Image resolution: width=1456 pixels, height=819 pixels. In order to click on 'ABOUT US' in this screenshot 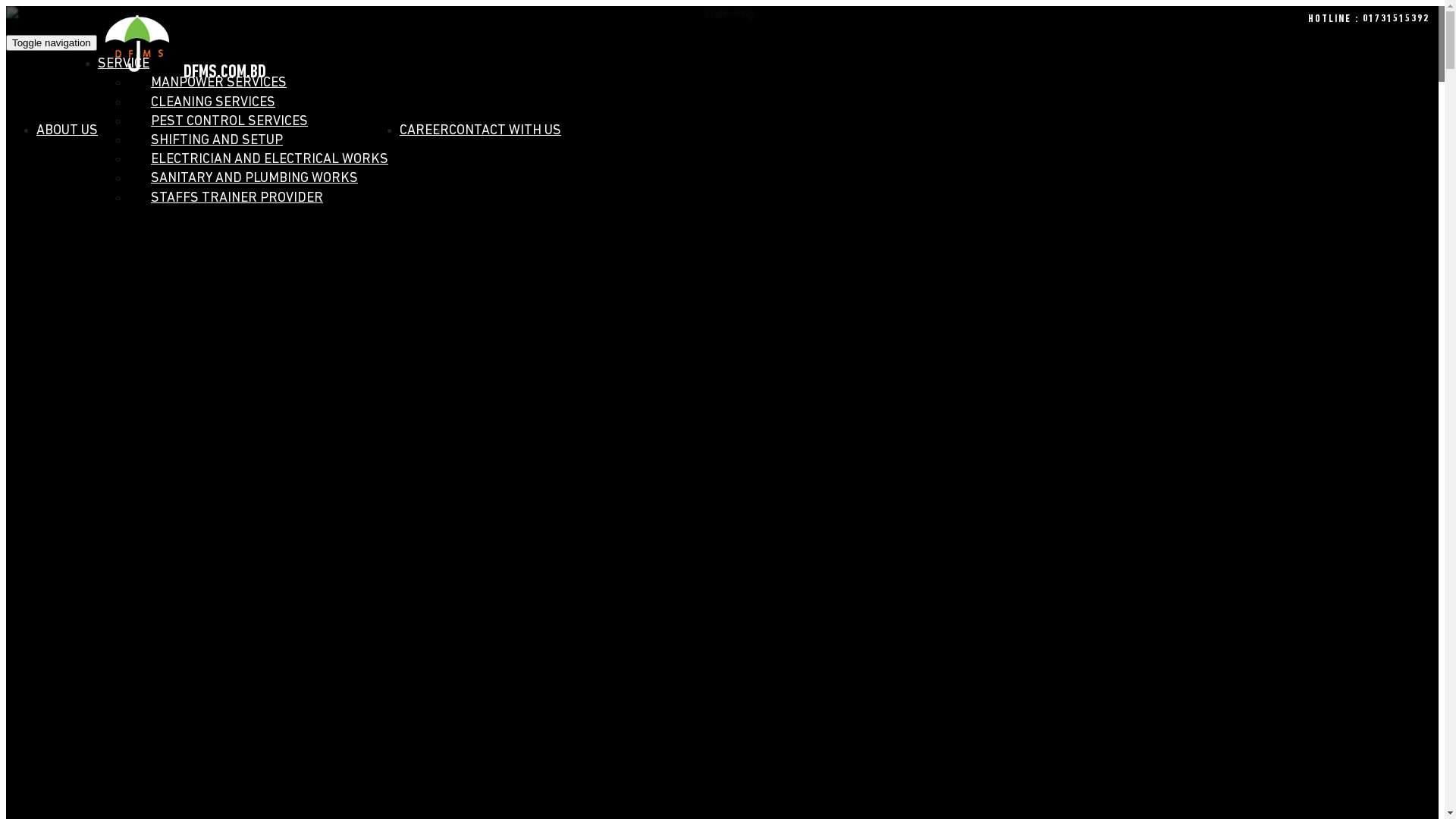, I will do `click(66, 144)`.